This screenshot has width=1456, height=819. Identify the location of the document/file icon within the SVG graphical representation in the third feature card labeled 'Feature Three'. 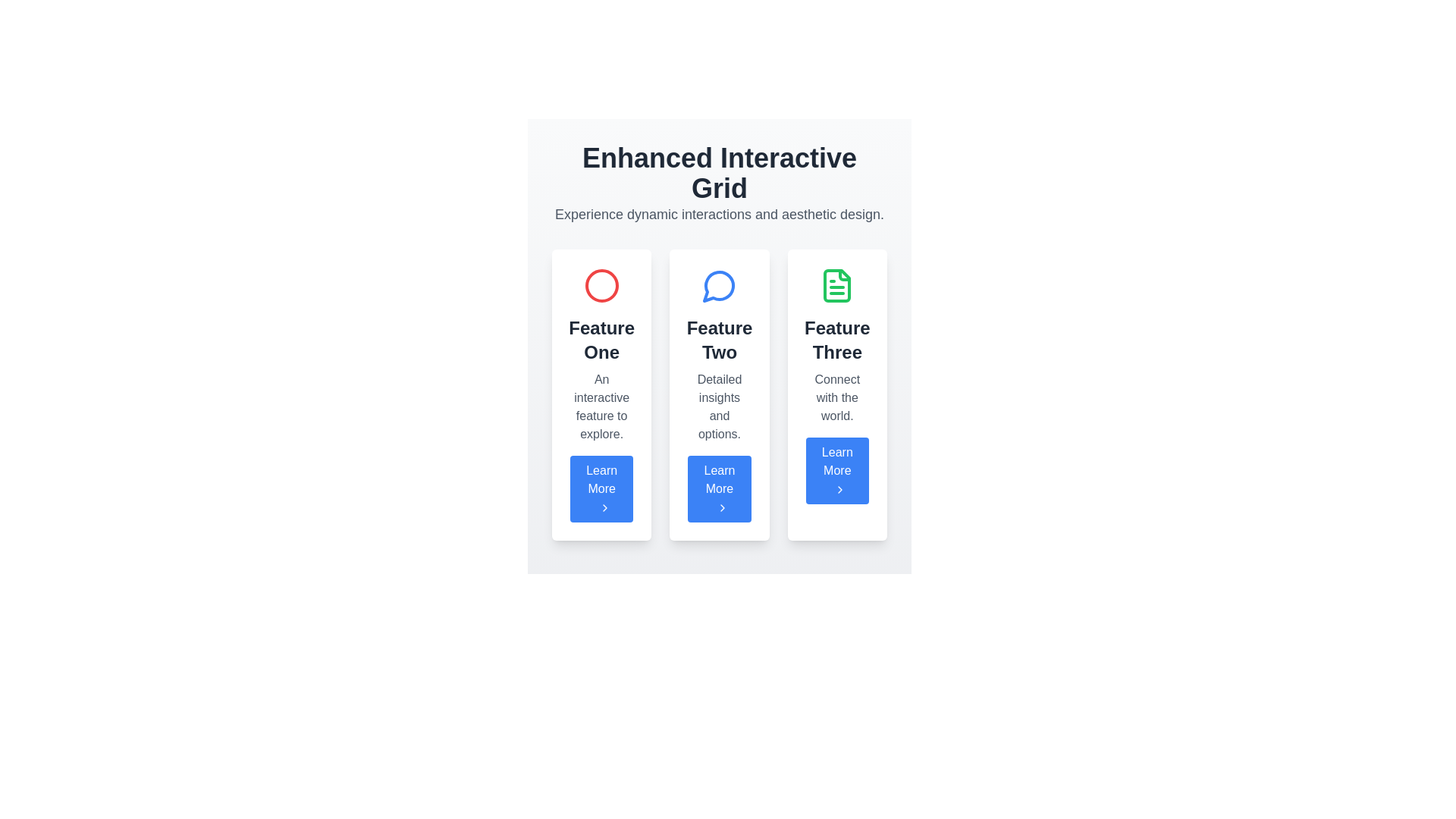
(836, 286).